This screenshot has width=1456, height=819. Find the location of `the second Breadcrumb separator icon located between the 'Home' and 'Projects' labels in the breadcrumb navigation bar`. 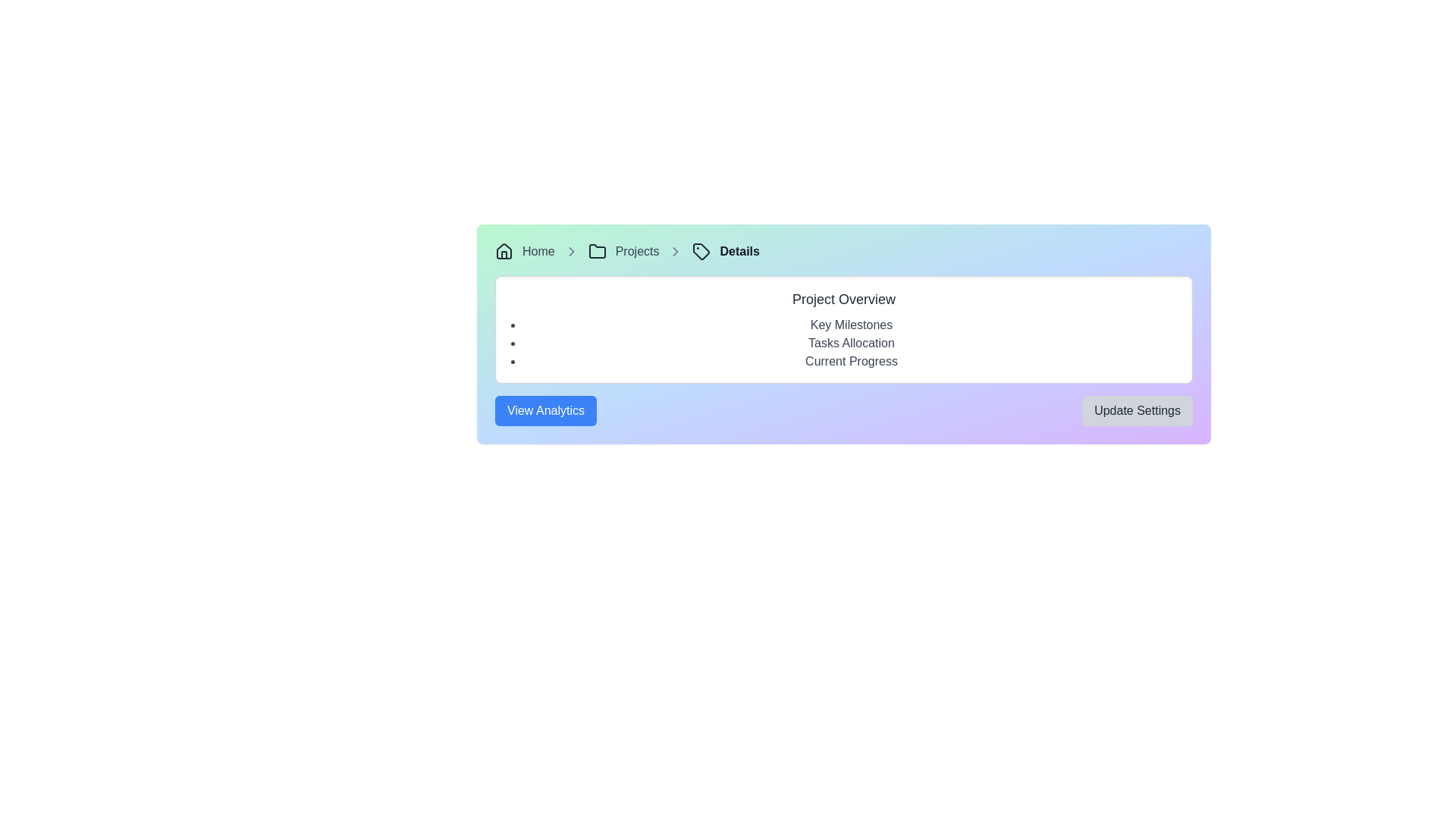

the second Breadcrumb separator icon located between the 'Home' and 'Projects' labels in the breadcrumb navigation bar is located at coordinates (570, 250).